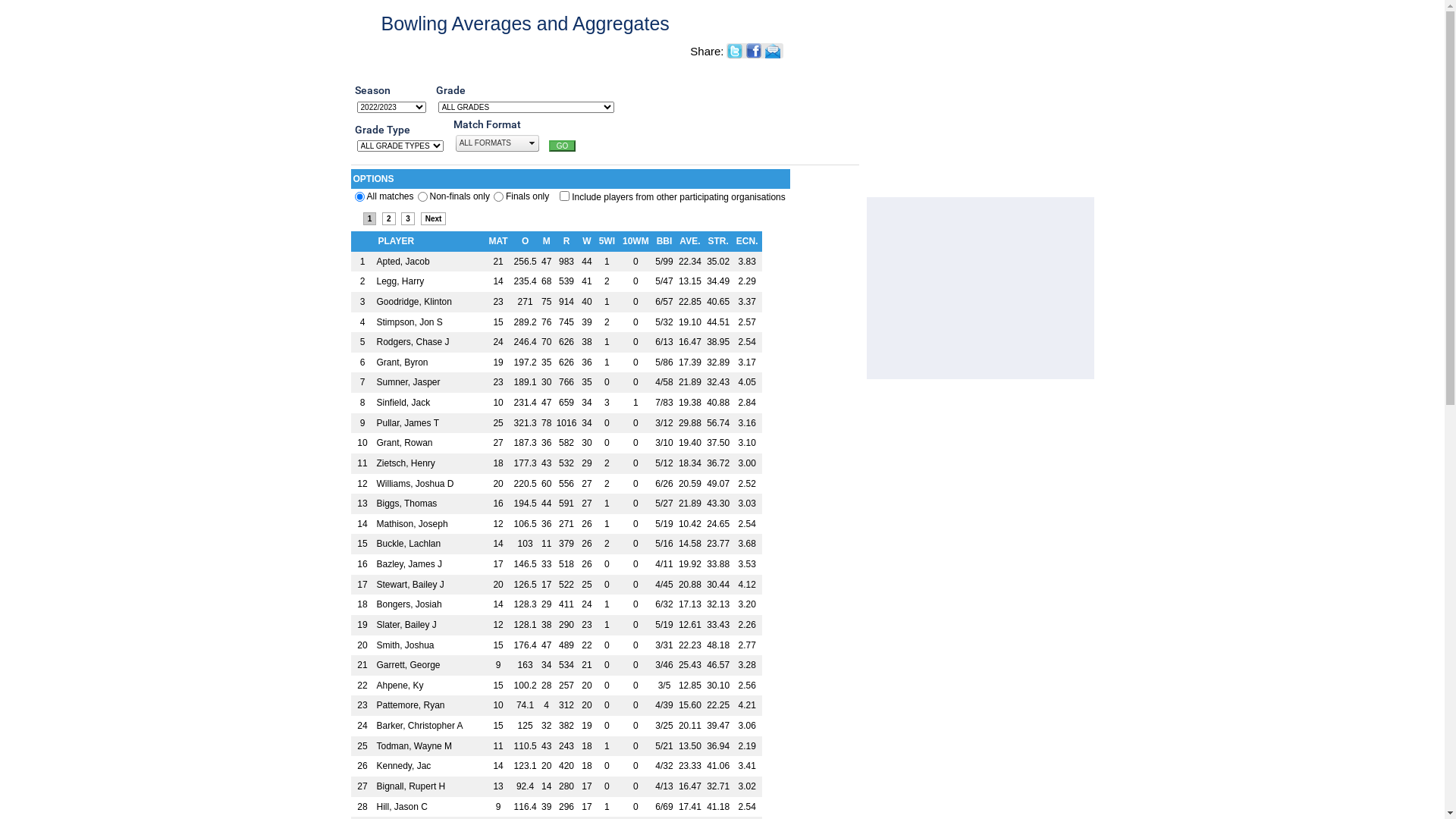  I want to click on '28 Hill, Jason C 9 116.4 39 296 17 1 0 6/69 17.41 41.18 2.54', so click(555, 806).